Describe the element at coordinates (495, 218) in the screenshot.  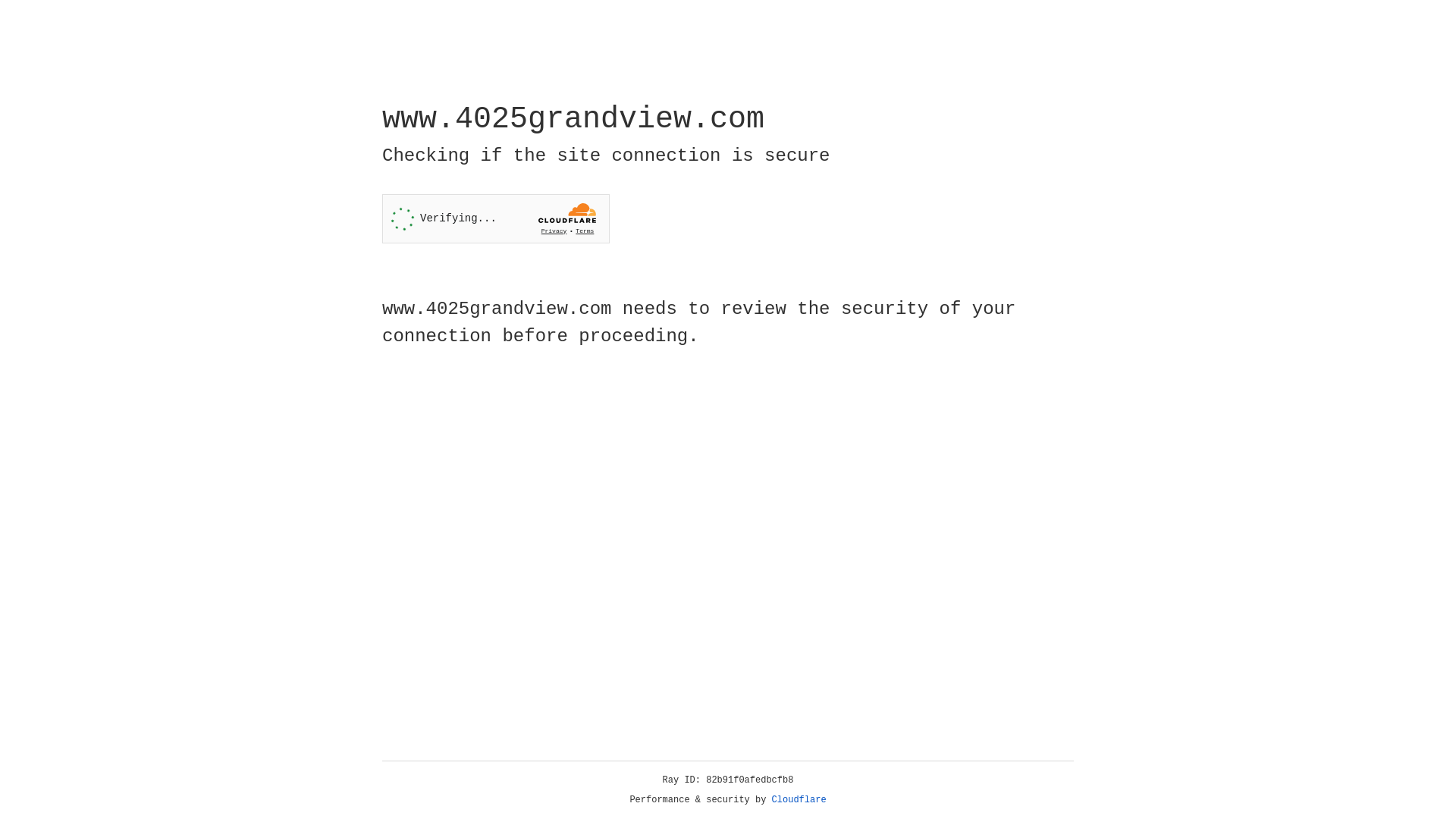
I see `'Widget containing a Cloudflare security challenge'` at that location.